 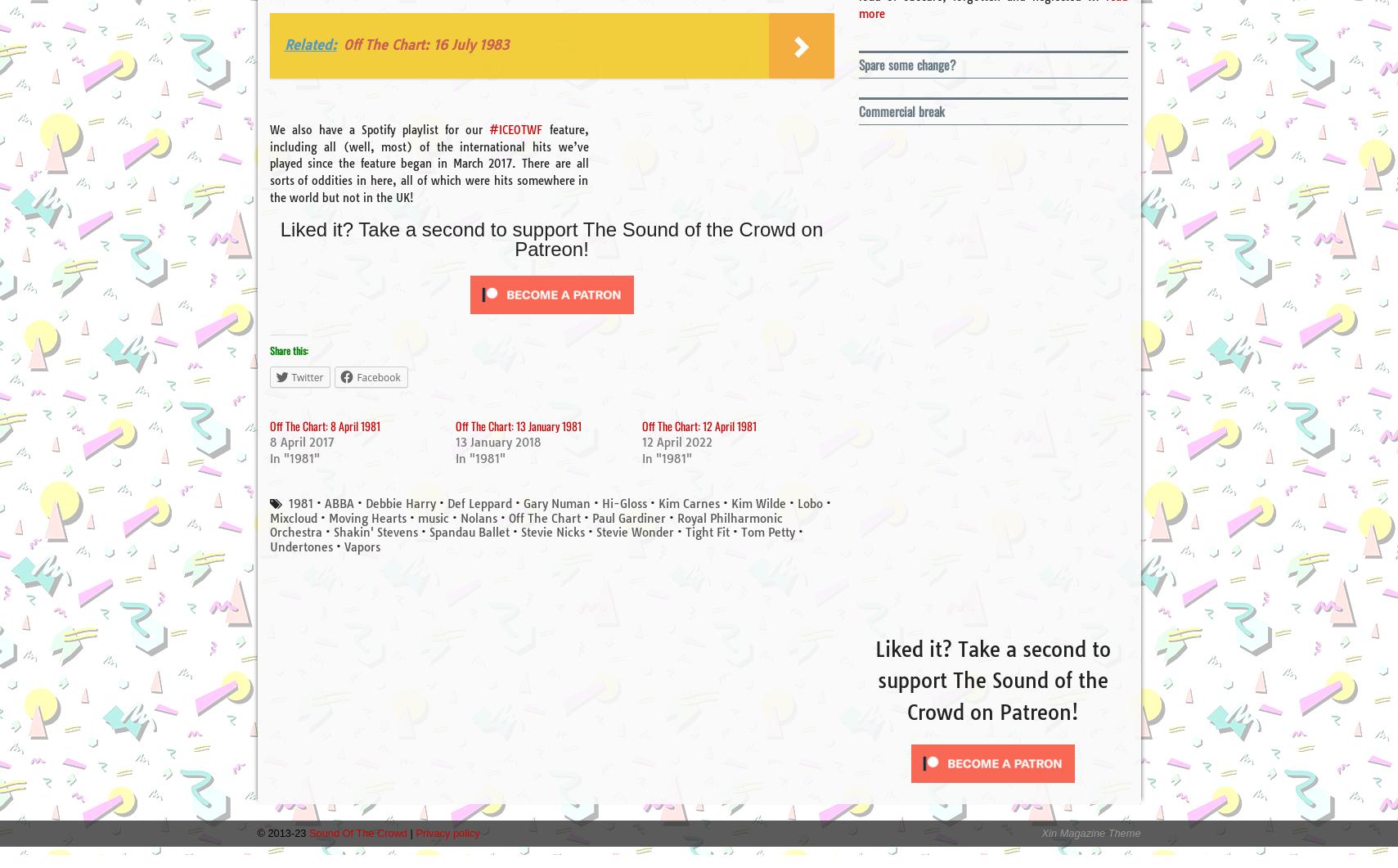 What do you see at coordinates (299, 546) in the screenshot?
I see `'Undertones'` at bounding box center [299, 546].